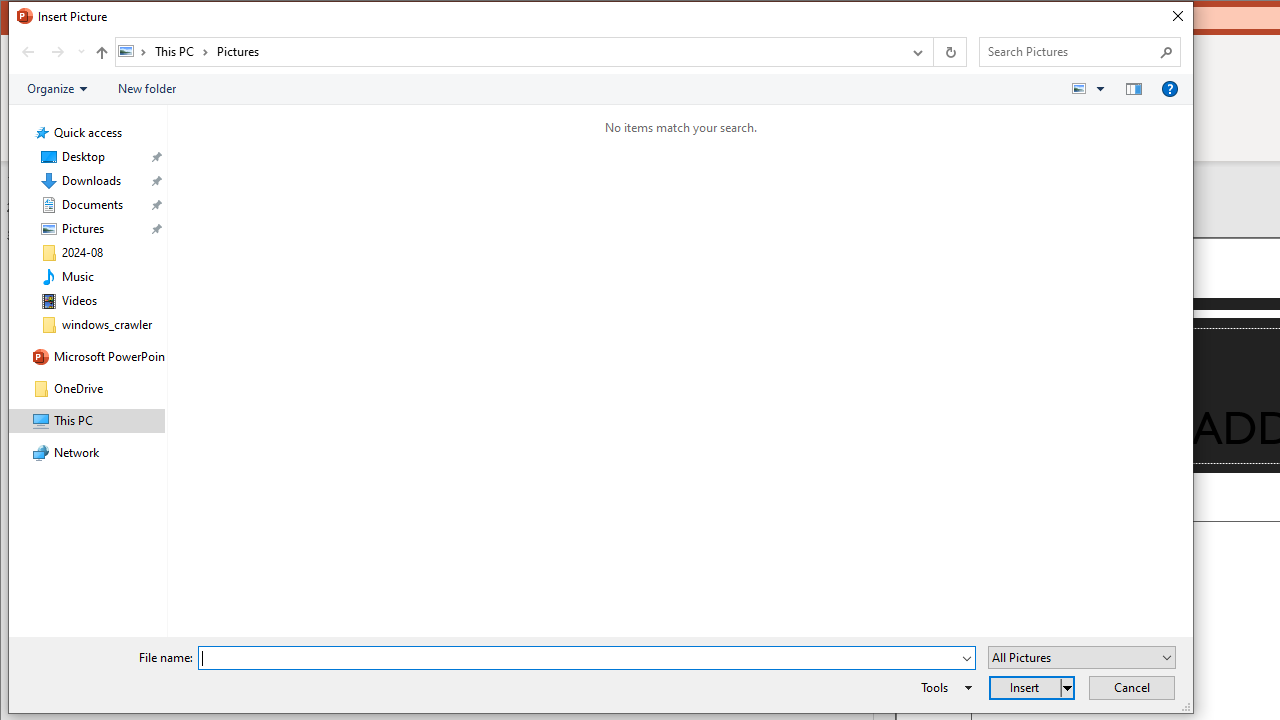  What do you see at coordinates (132, 50) in the screenshot?
I see `'All locations'` at bounding box center [132, 50].